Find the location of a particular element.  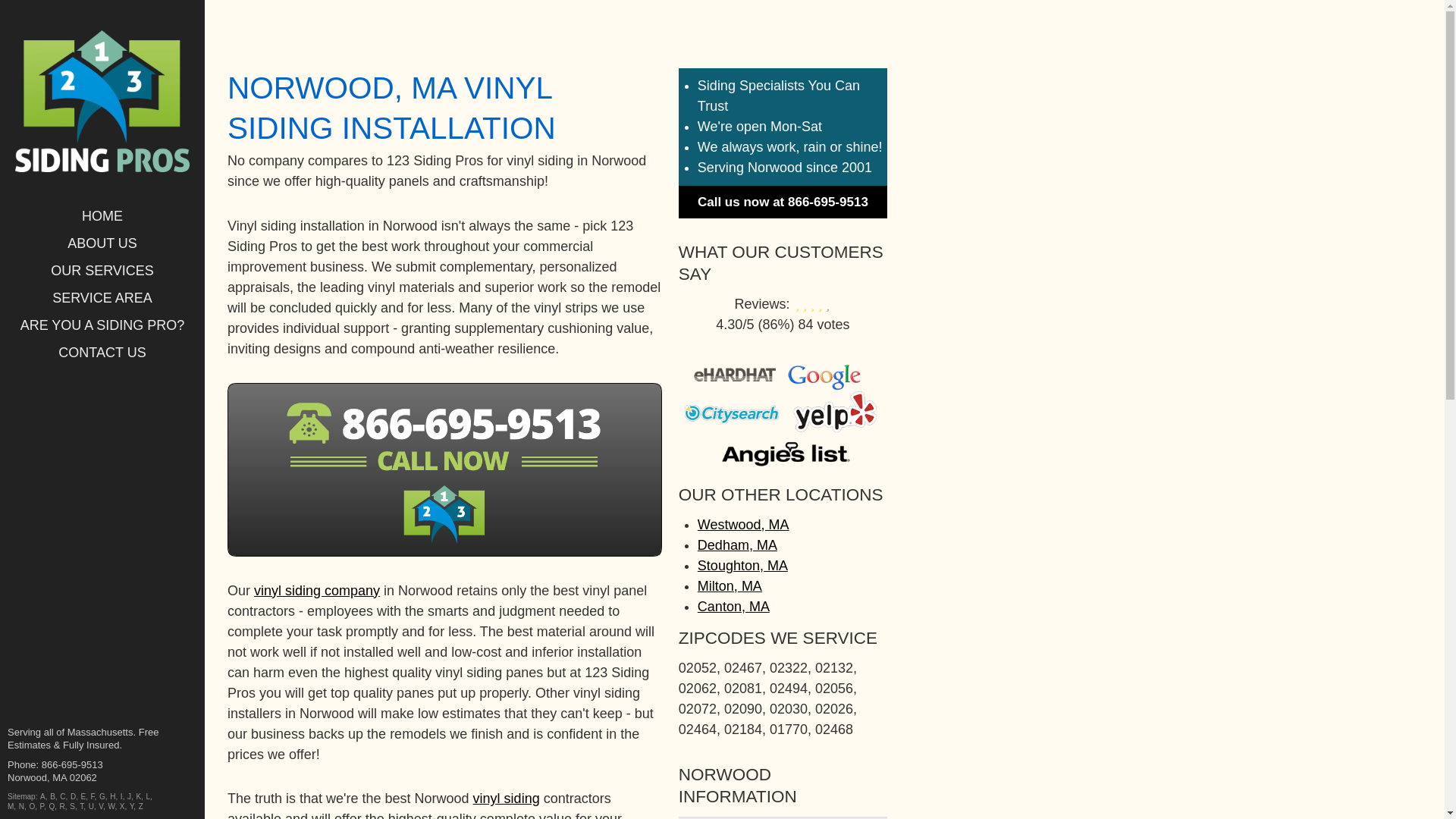

'U' is located at coordinates (87, 805).